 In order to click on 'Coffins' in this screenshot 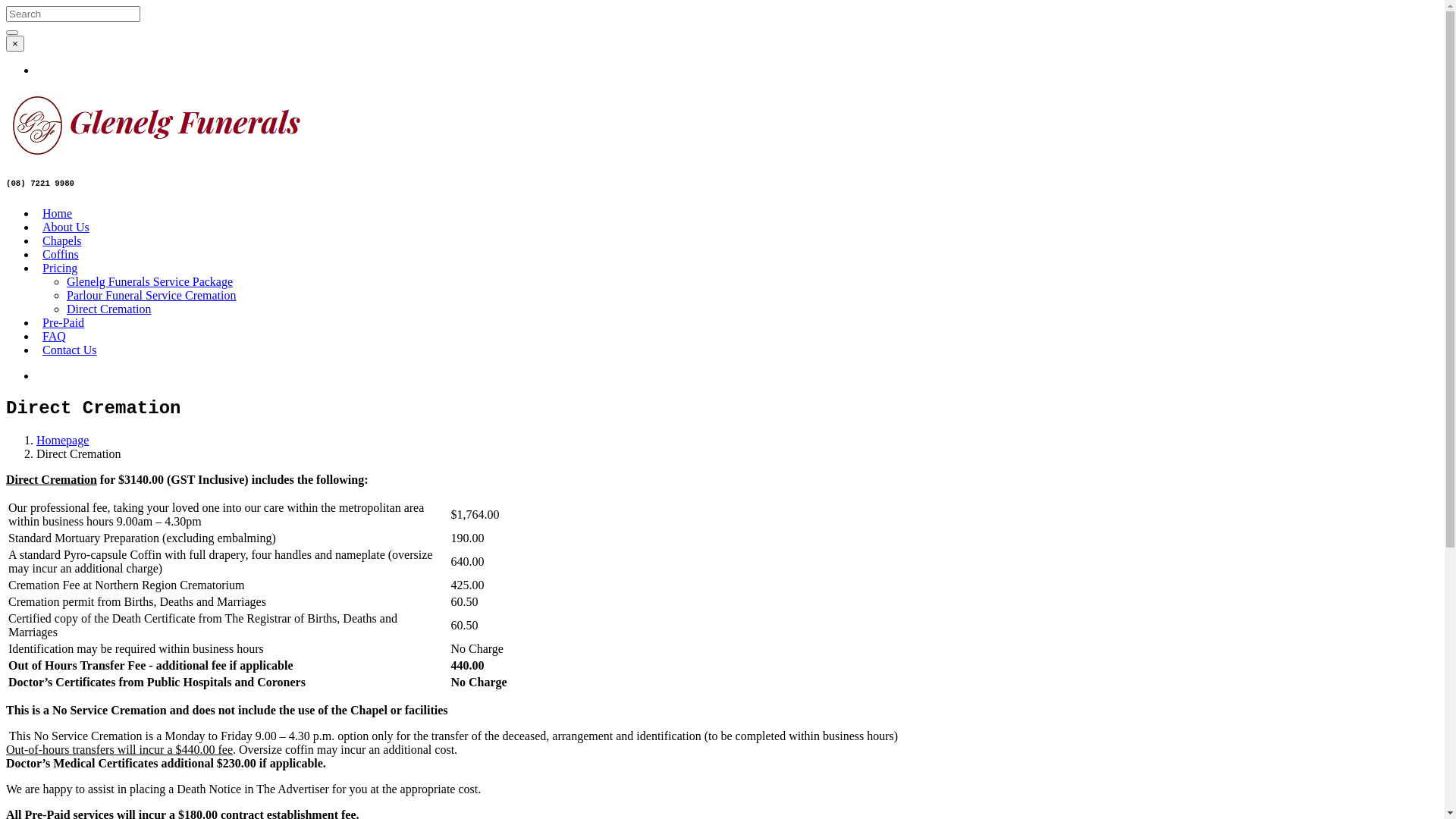, I will do `click(42, 253)`.